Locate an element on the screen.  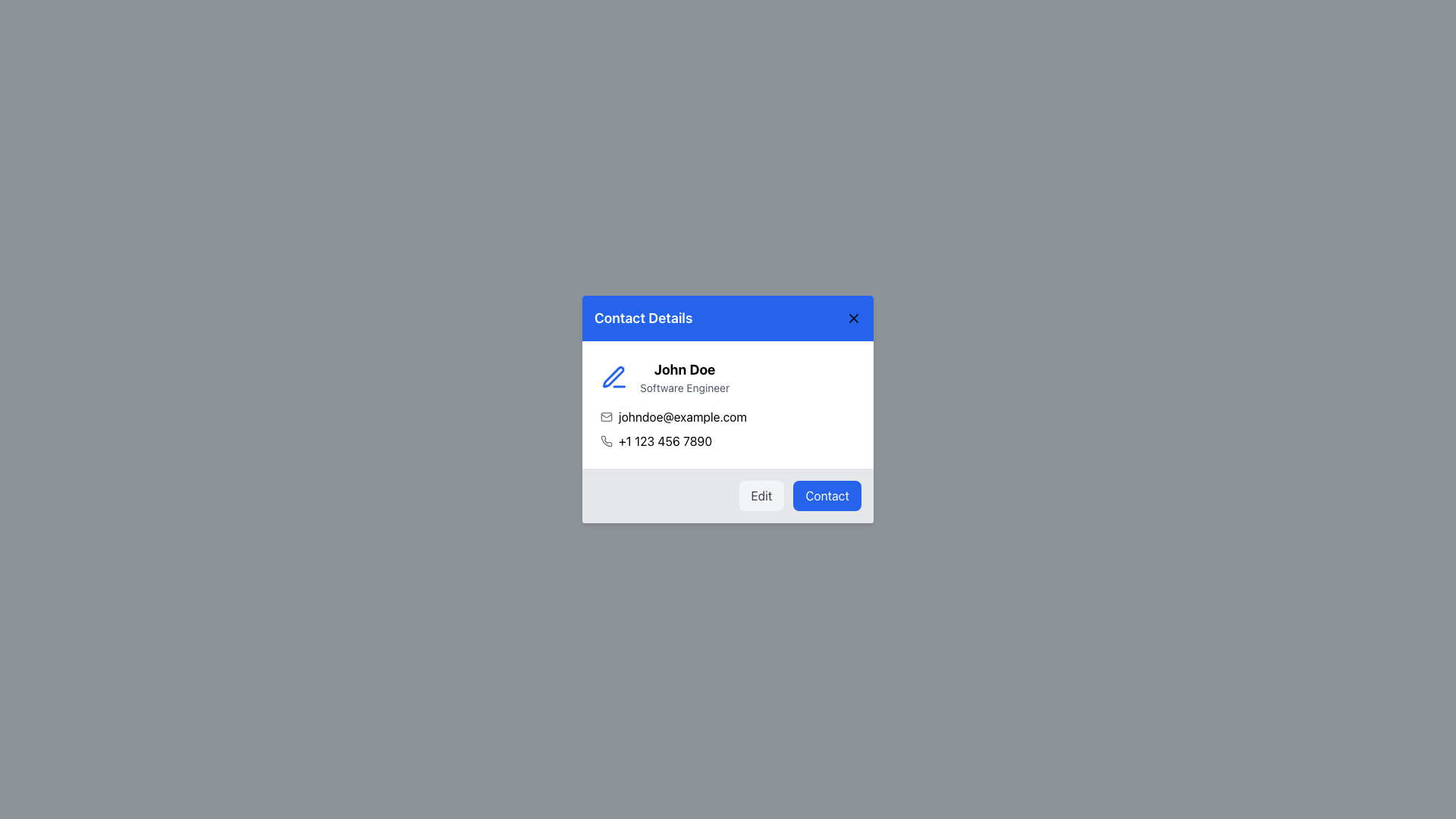
the 'Contact' button, which is a rectangular button with a blue background and white text, located in the bottom-right corner of the 'Contact Details' modal is located at coordinates (827, 496).